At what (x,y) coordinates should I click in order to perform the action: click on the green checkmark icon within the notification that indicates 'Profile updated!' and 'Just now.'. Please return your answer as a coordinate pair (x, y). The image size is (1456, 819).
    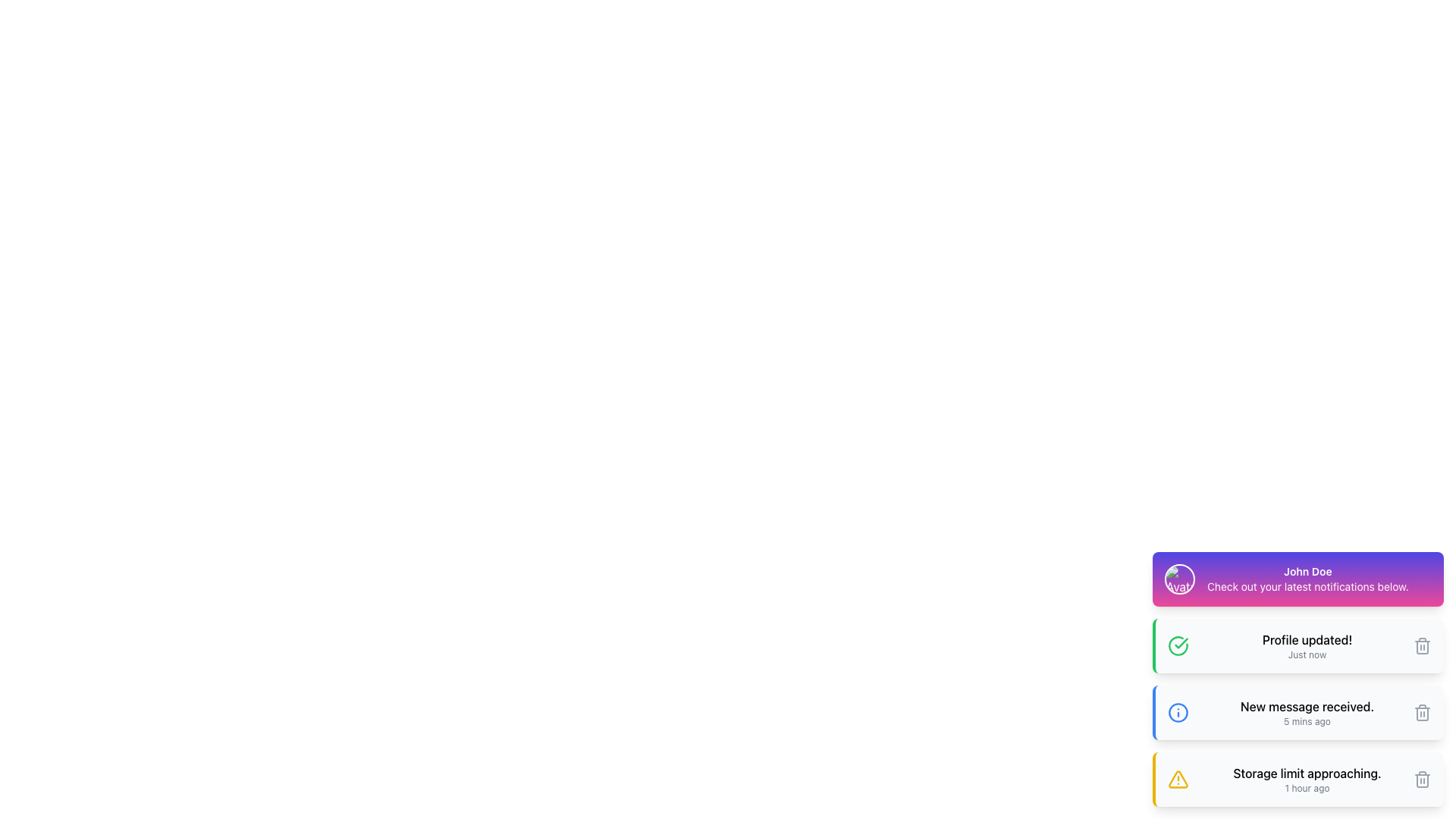
    Looking at the image, I should click on (1181, 643).